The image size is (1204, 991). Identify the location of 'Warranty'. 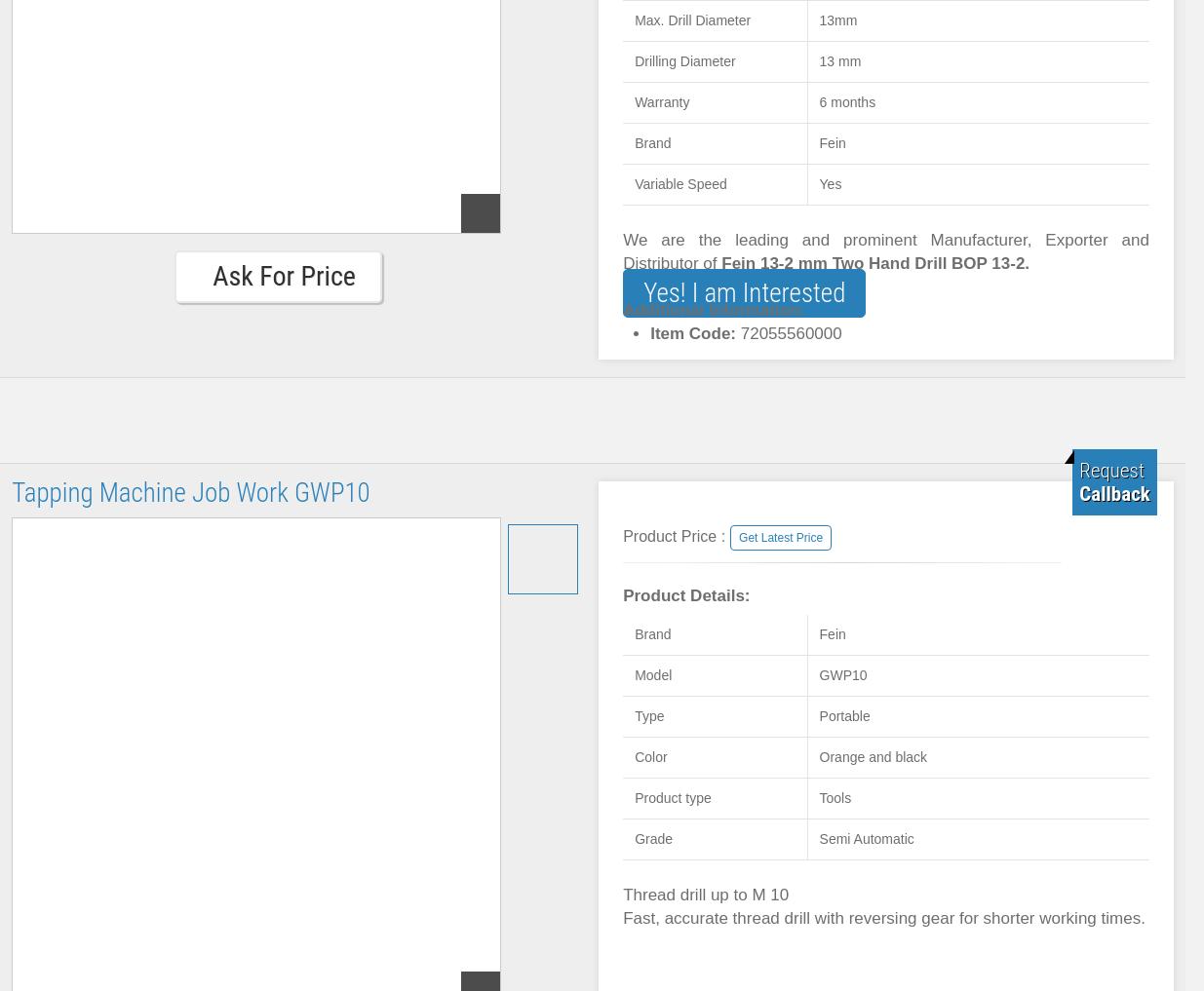
(662, 101).